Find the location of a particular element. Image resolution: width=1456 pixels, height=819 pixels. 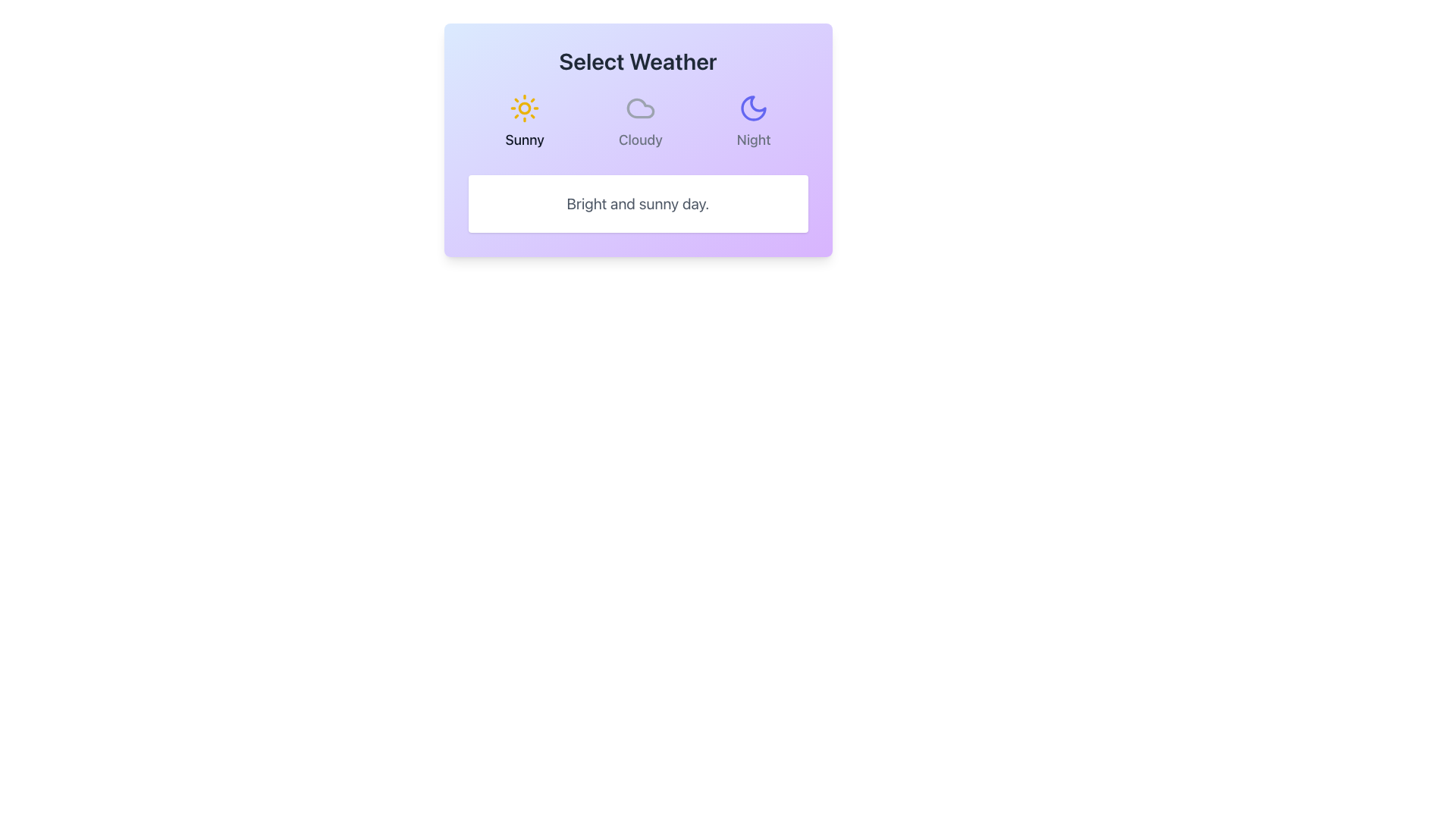

the cloud-shaped weather icon located in the 'Select Weather' section is located at coordinates (640, 107).